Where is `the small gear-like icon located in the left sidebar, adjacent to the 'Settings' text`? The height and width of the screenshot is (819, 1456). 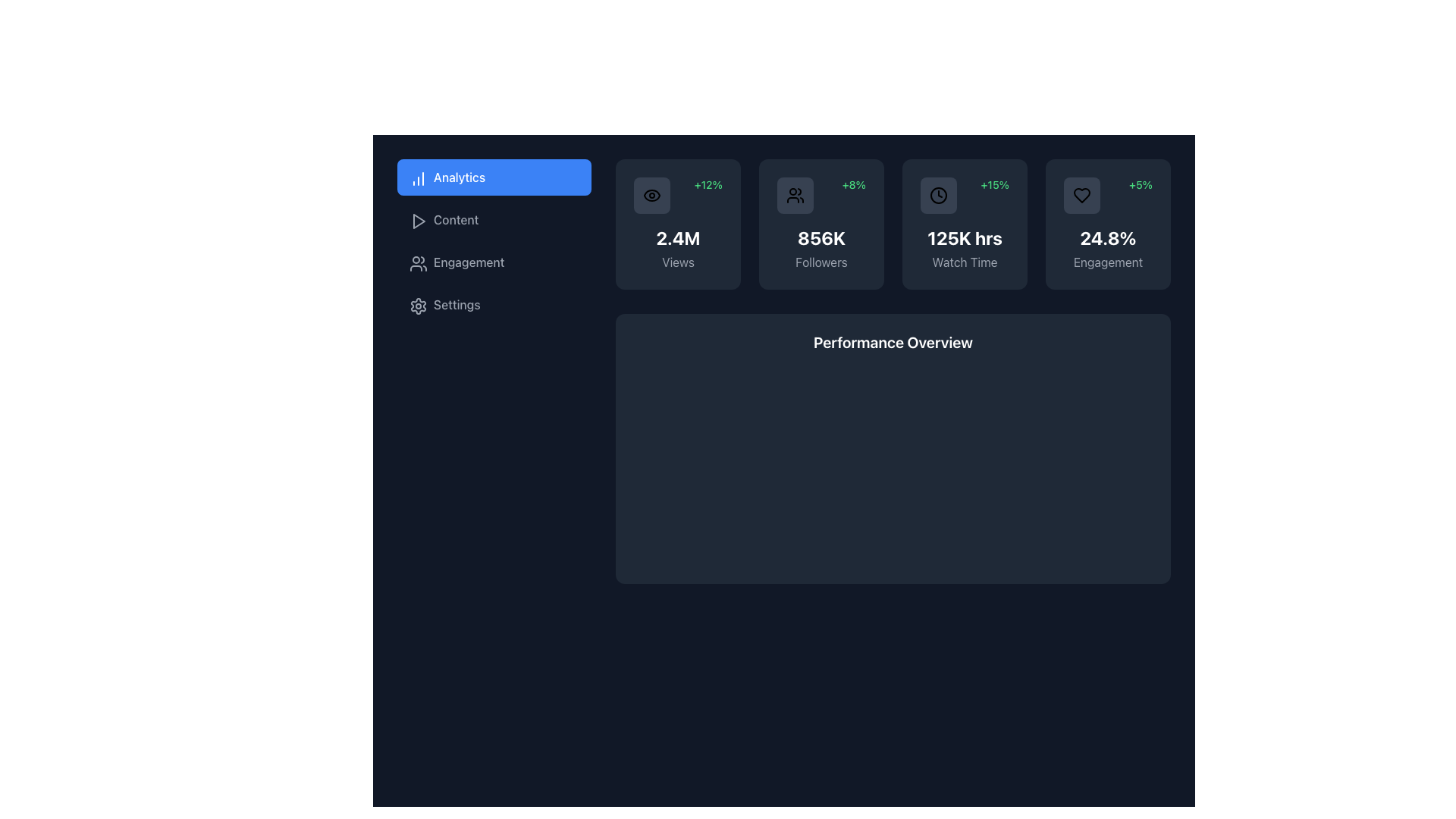 the small gear-like icon located in the left sidebar, adjacent to the 'Settings' text is located at coordinates (417, 304).